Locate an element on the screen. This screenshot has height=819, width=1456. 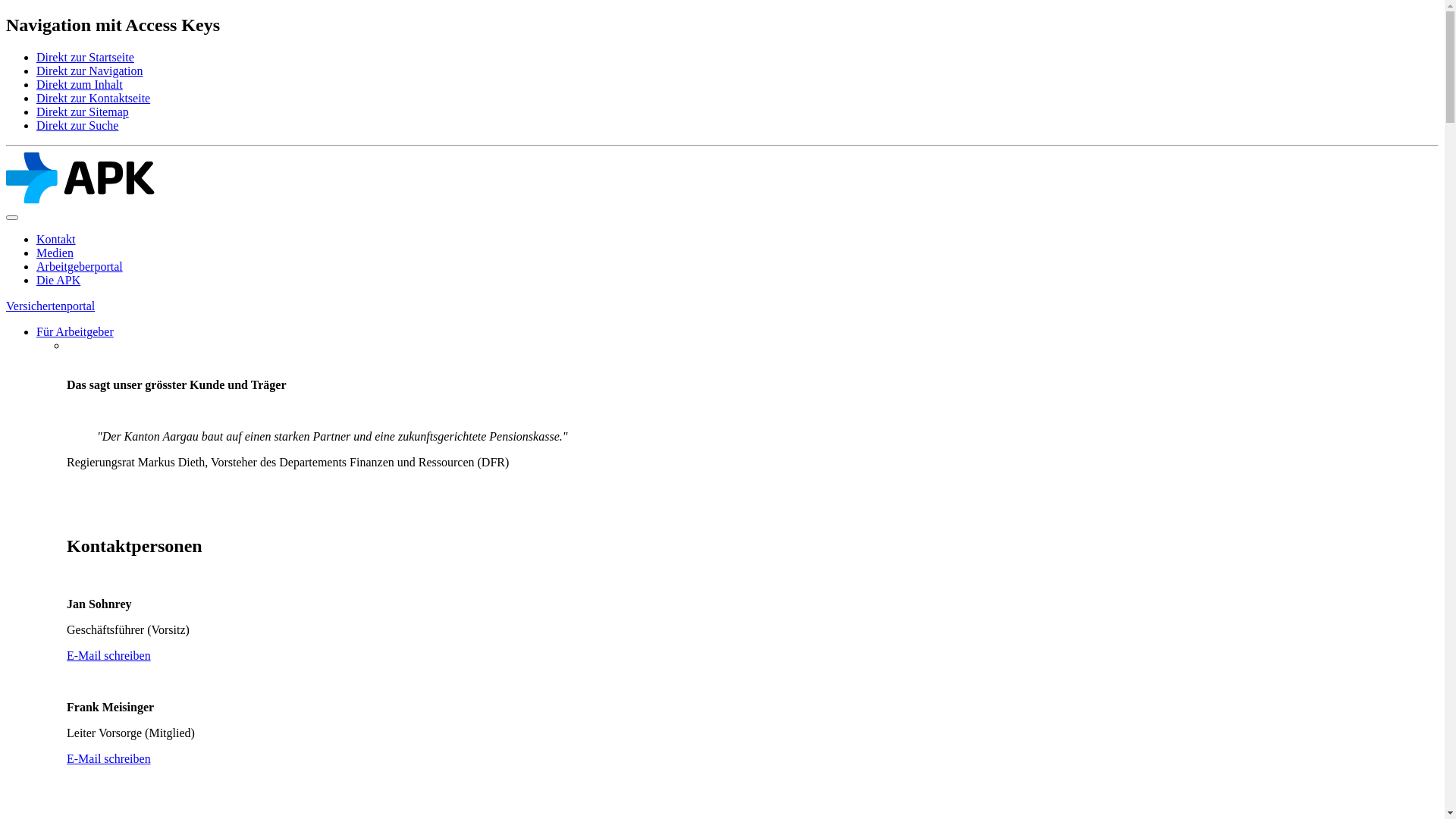
'Medien' is located at coordinates (55, 252).